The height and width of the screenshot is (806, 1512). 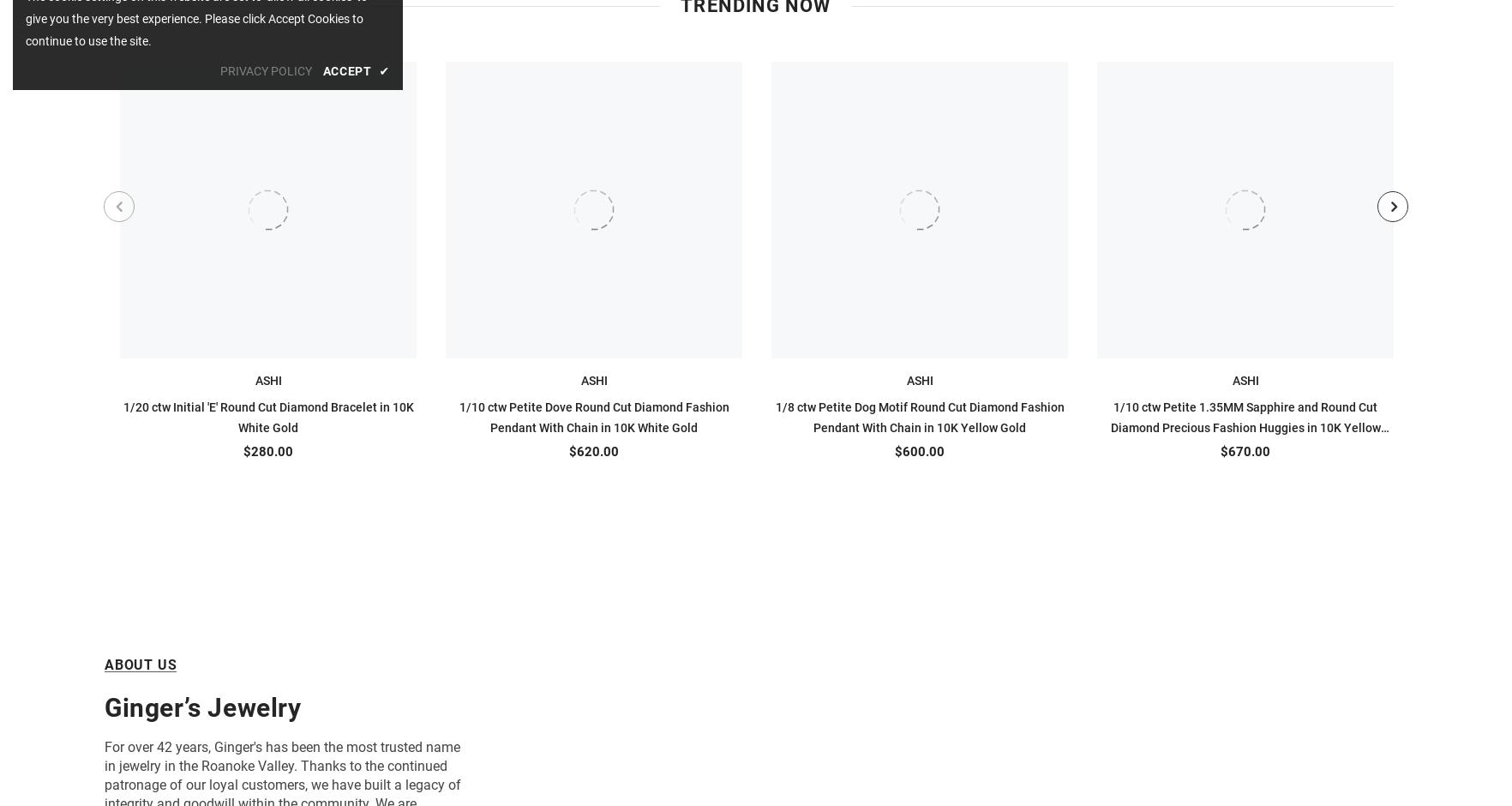 I want to click on 'About Us', so click(x=141, y=663).